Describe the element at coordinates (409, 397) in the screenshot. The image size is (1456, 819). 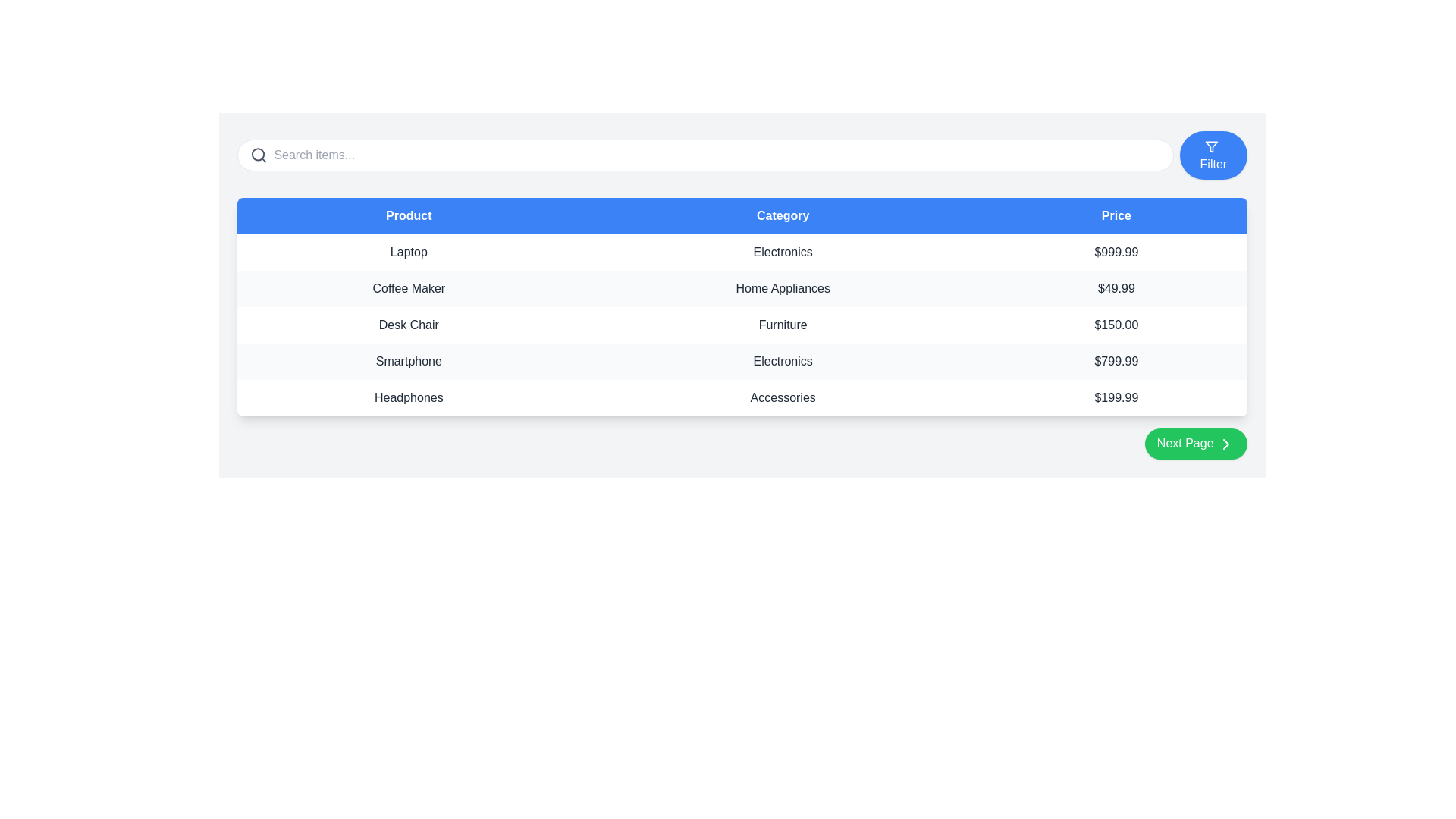
I see `the text label 'Headphones' located in the first column of the fifth row in a tabular arrangement` at that location.